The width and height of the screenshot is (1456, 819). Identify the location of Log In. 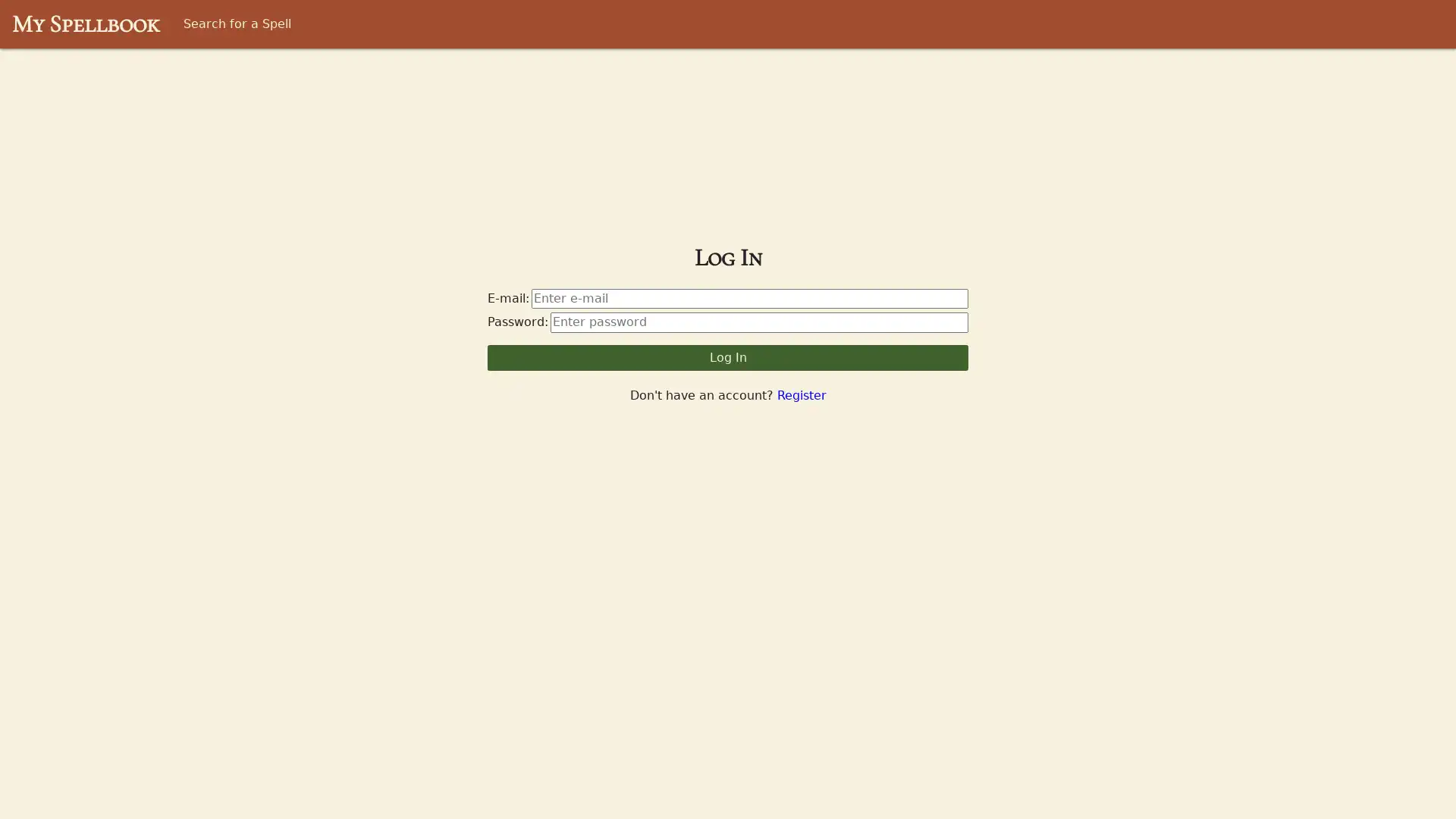
(726, 357).